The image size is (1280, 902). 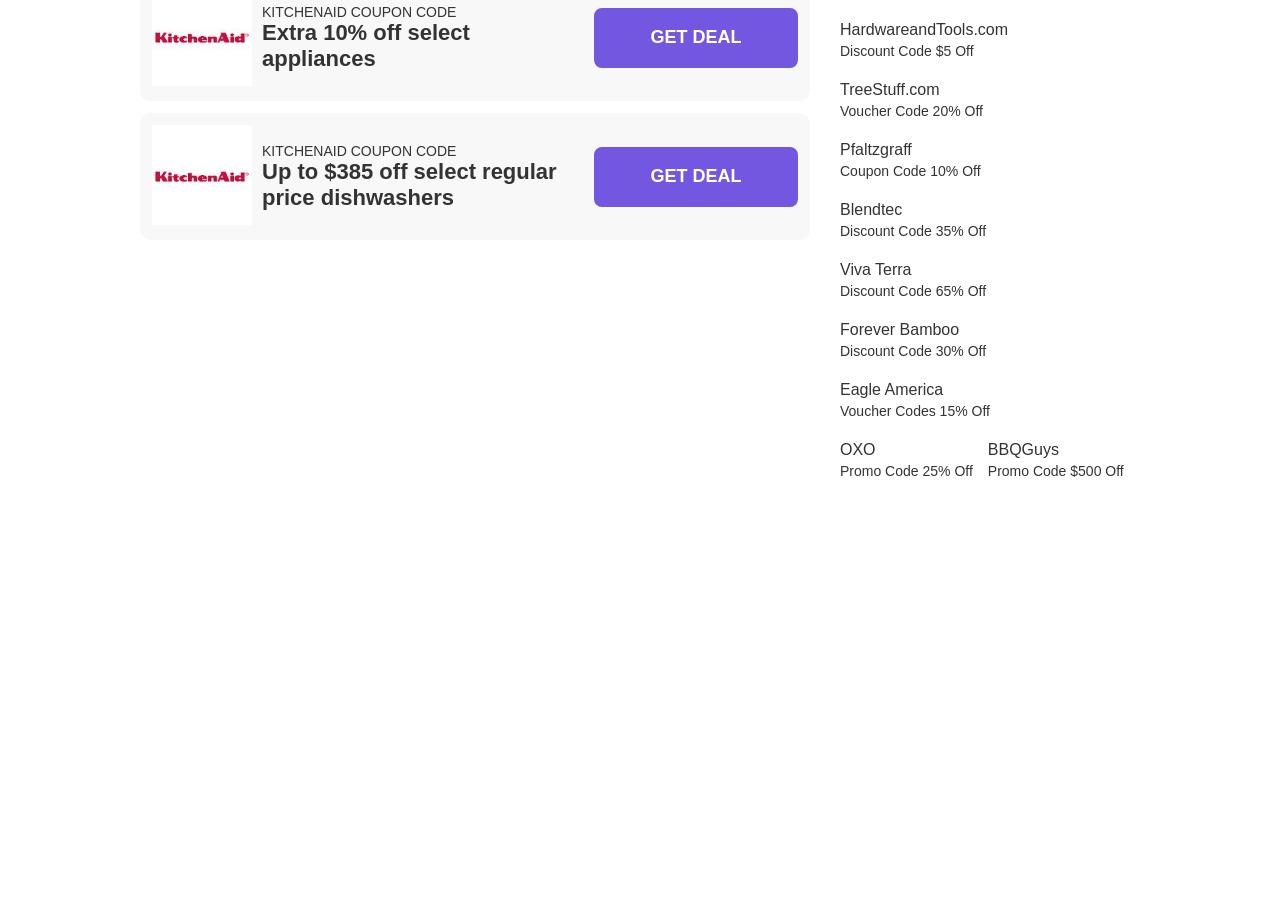 What do you see at coordinates (912, 348) in the screenshot?
I see `'Discount Code 30% Off'` at bounding box center [912, 348].